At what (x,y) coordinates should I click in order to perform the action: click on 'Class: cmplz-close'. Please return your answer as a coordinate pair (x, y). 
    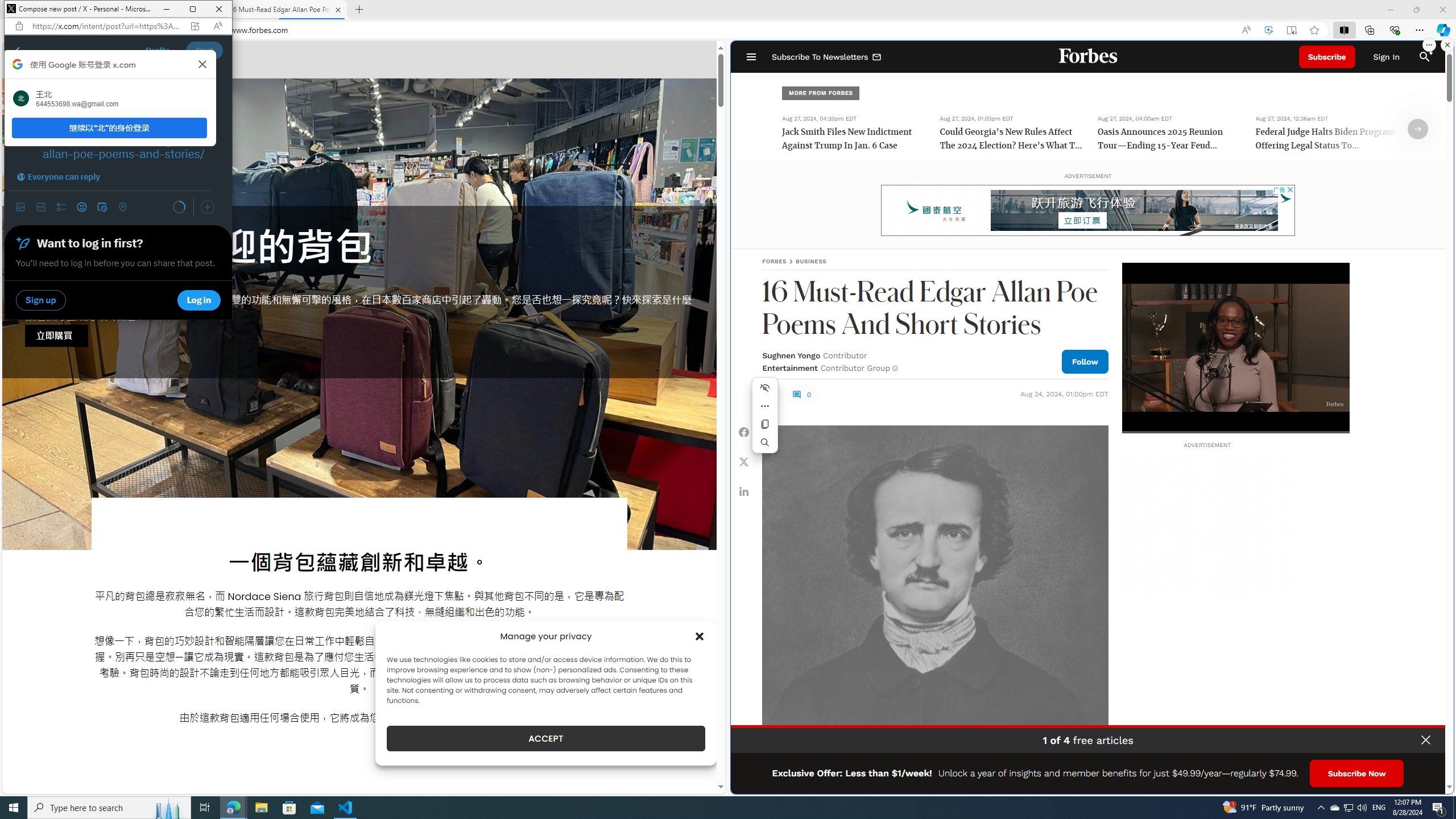
    Looking at the image, I should click on (700, 636).